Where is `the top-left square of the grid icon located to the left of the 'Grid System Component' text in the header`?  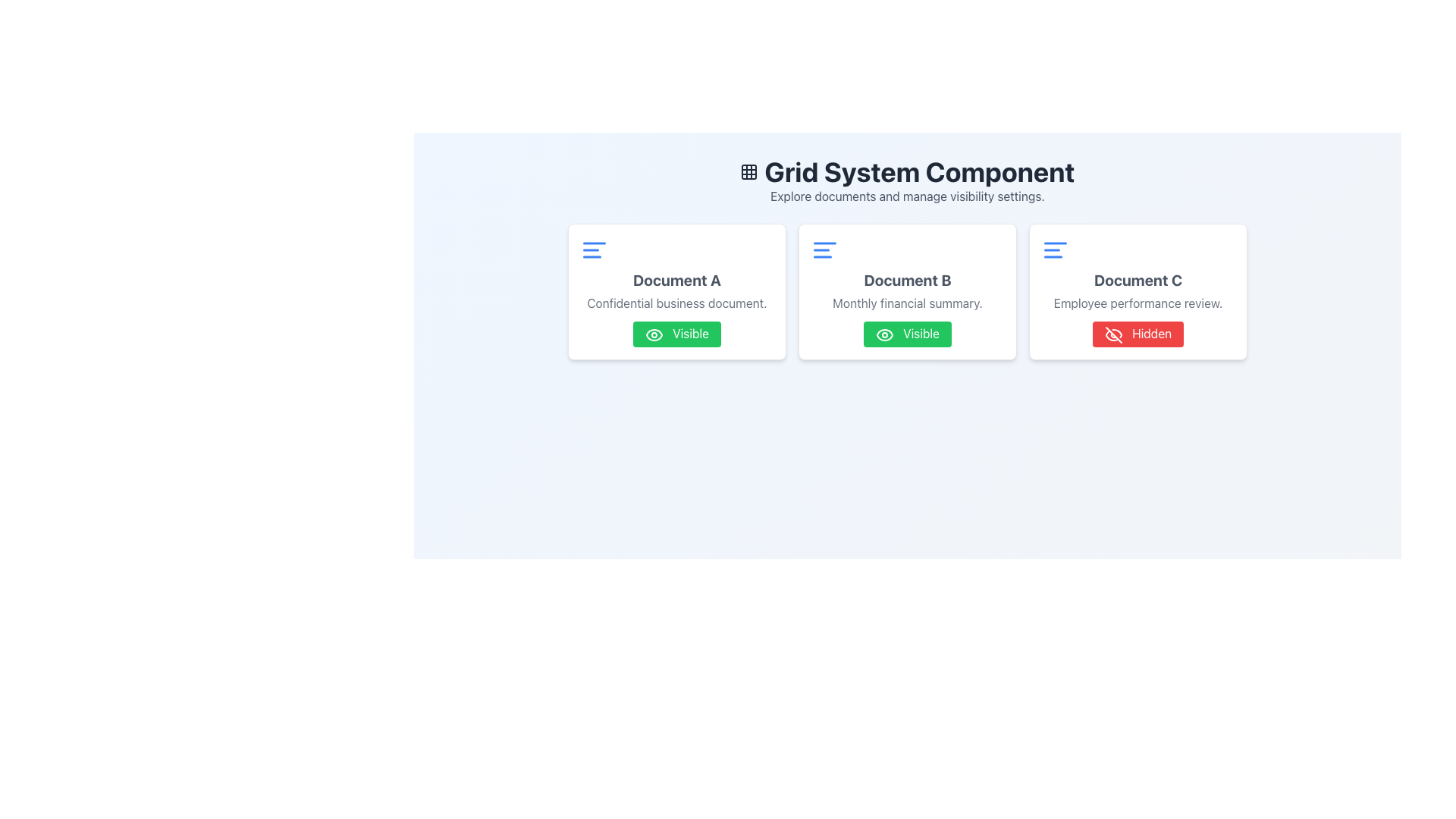 the top-left square of the grid icon located to the left of the 'Grid System Component' text in the header is located at coordinates (749, 171).